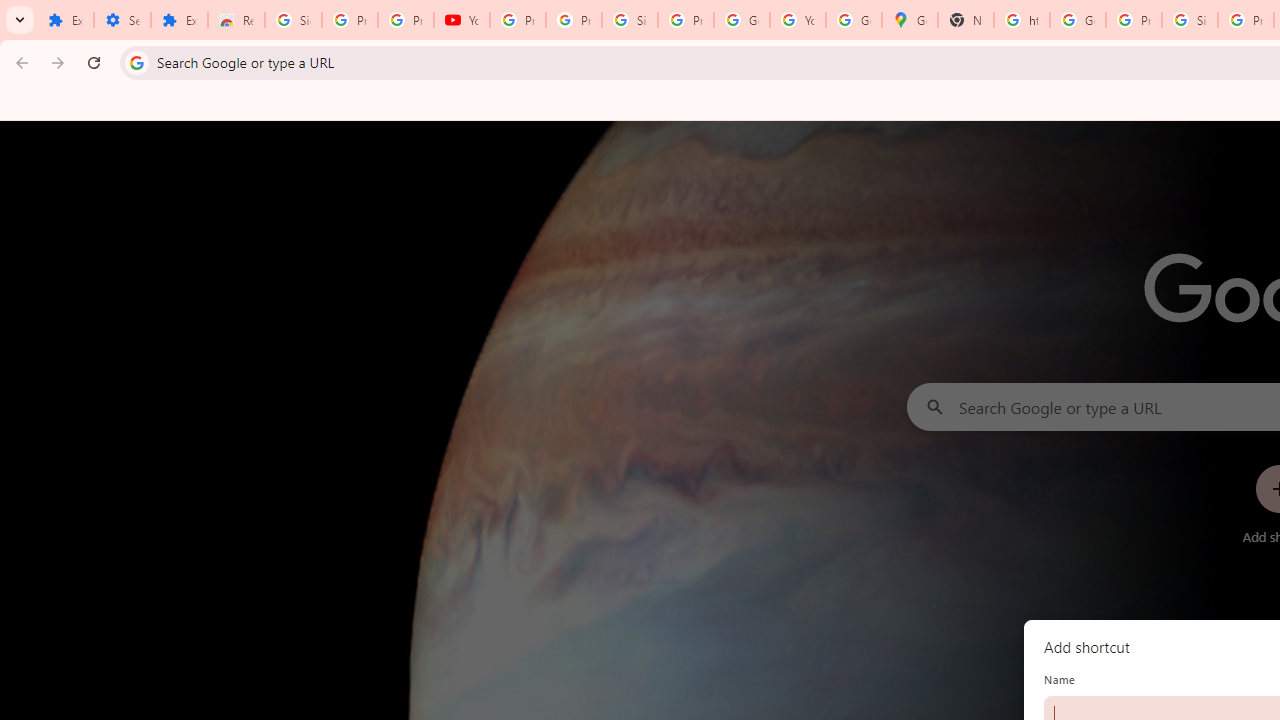 This screenshot has width=1280, height=720. What do you see at coordinates (1022, 20) in the screenshot?
I see `'https://scholar.google.com/'` at bounding box center [1022, 20].